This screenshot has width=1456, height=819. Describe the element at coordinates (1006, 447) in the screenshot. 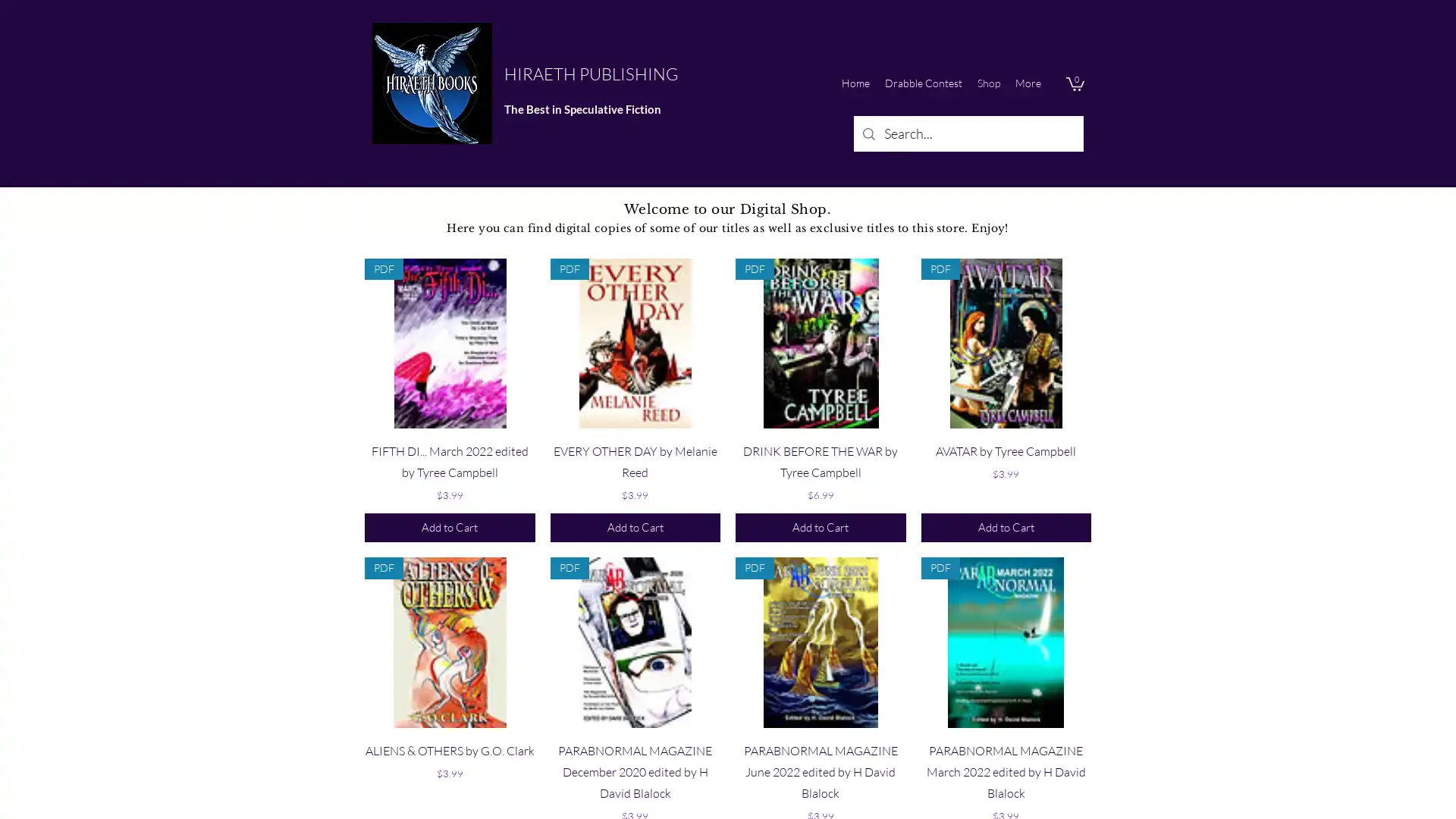

I see `Quick View` at that location.